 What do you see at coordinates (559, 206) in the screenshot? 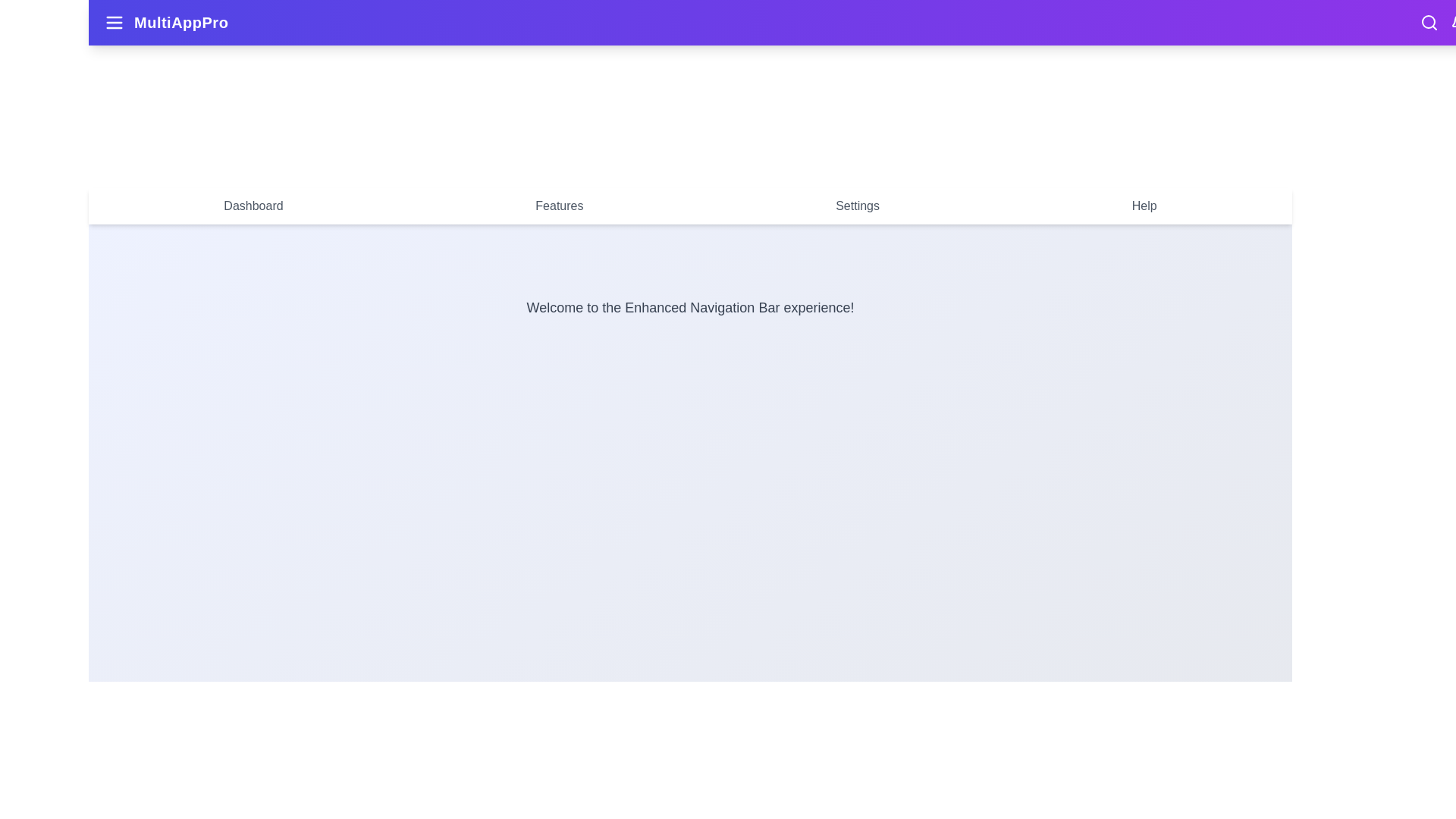
I see `the navigation menu item labeled Features` at bounding box center [559, 206].